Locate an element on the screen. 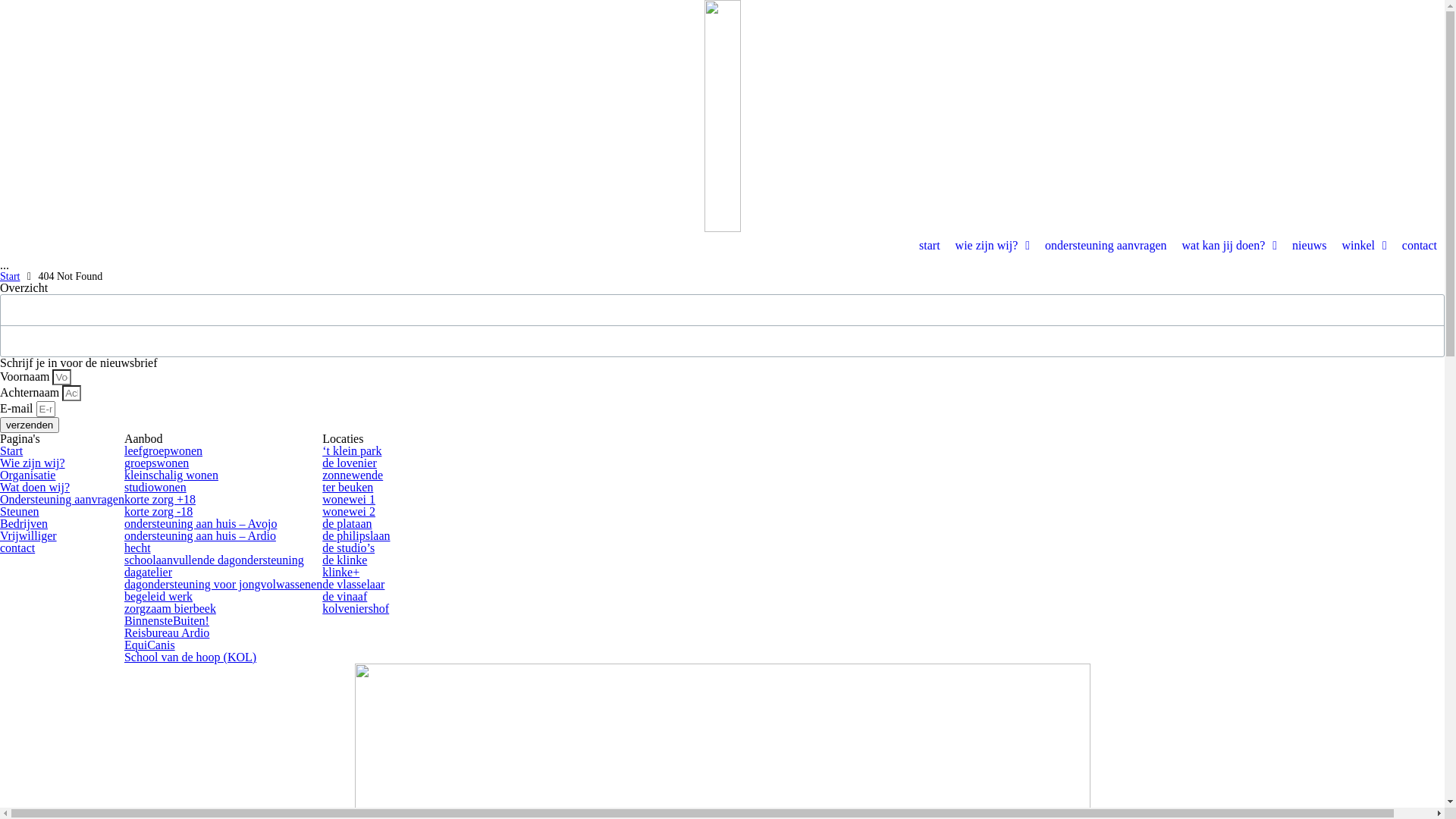  'kleinschalig wonen' is located at coordinates (171, 474).